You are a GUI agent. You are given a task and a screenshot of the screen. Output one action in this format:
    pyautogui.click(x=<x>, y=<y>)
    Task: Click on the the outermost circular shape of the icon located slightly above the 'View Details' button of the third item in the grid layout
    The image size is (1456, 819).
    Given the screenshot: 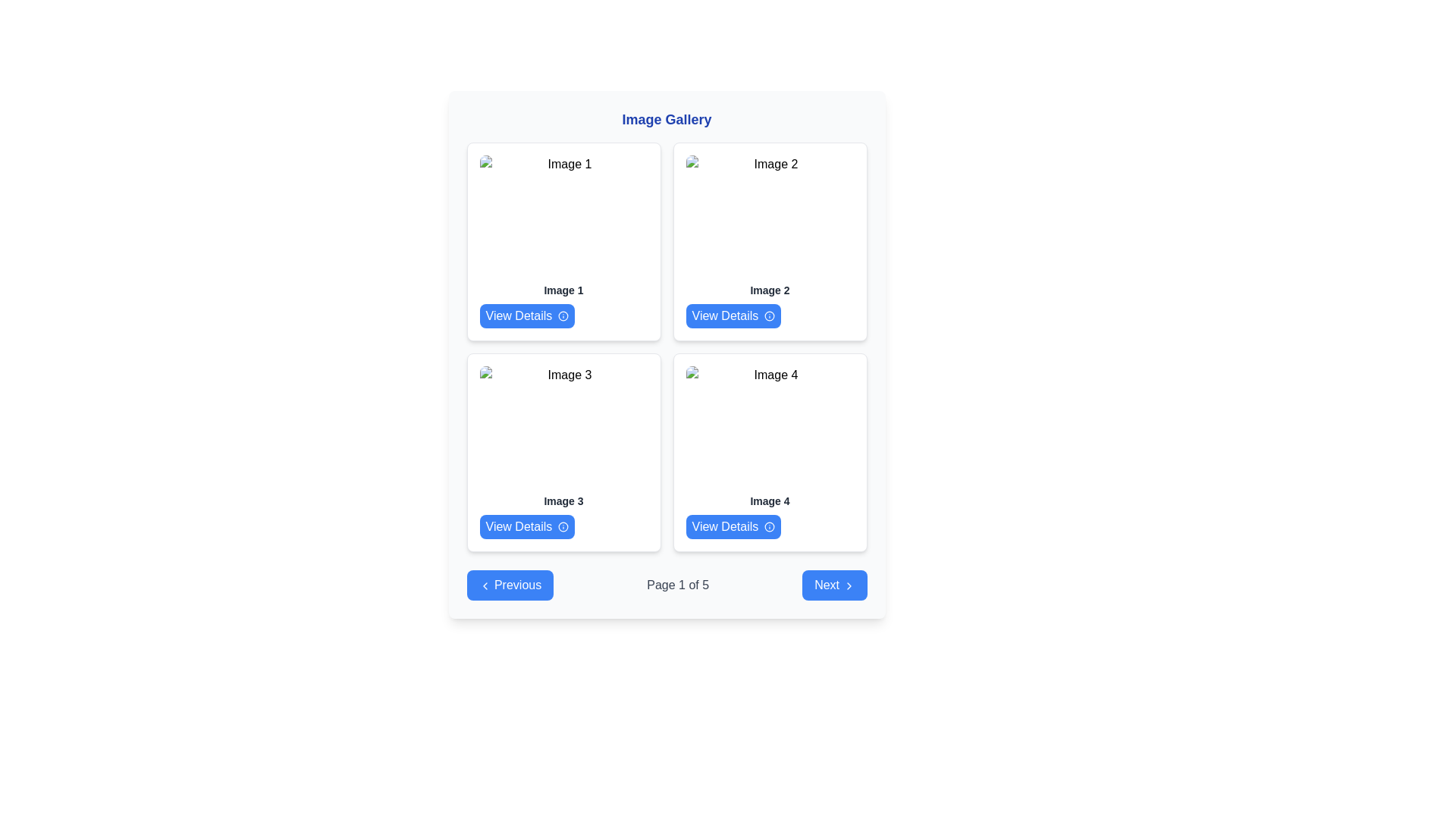 What is the action you would take?
    pyautogui.click(x=563, y=526)
    